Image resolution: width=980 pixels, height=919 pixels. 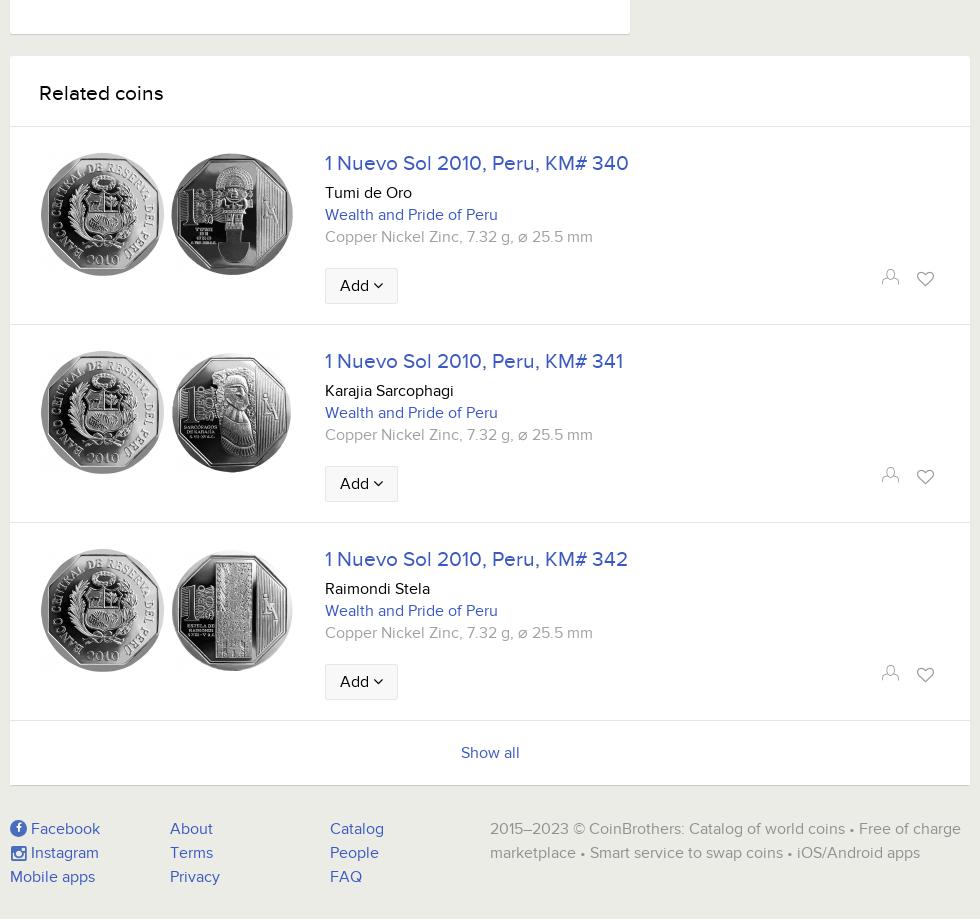 What do you see at coordinates (583, 360) in the screenshot?
I see `'KM# 341'` at bounding box center [583, 360].